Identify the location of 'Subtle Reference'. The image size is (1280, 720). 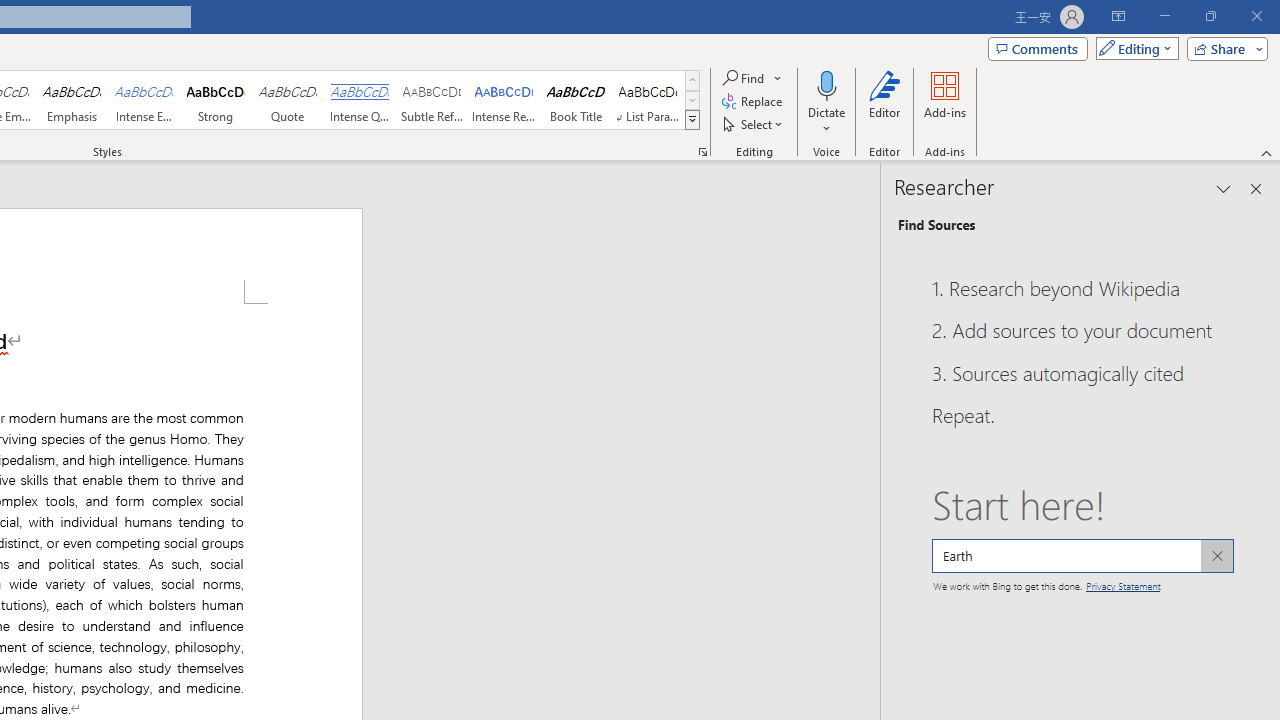
(431, 100).